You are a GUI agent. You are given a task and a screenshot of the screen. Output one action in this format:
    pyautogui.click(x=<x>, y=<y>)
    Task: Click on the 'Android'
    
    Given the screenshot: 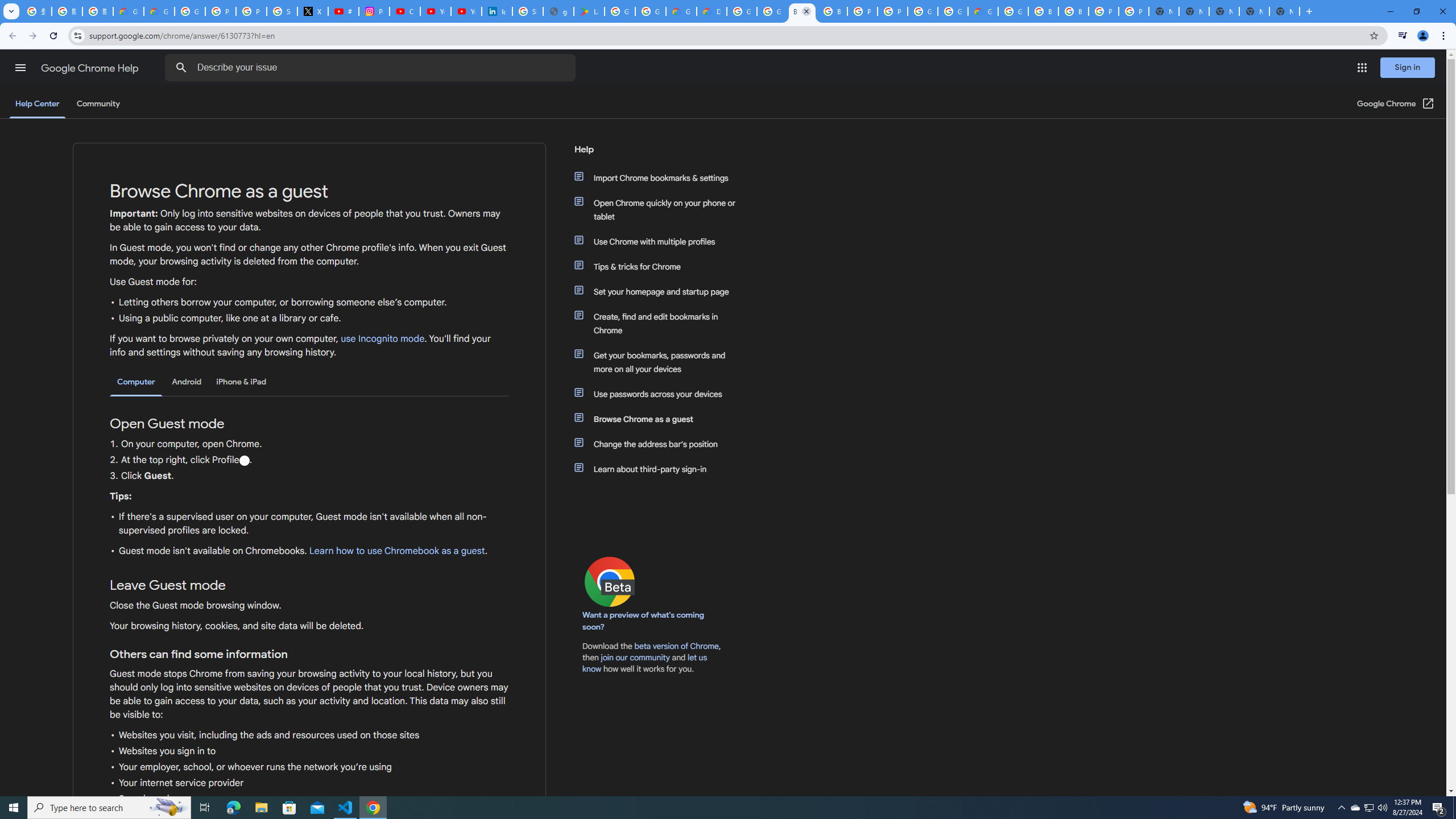 What is the action you would take?
    pyautogui.click(x=186, y=381)
    